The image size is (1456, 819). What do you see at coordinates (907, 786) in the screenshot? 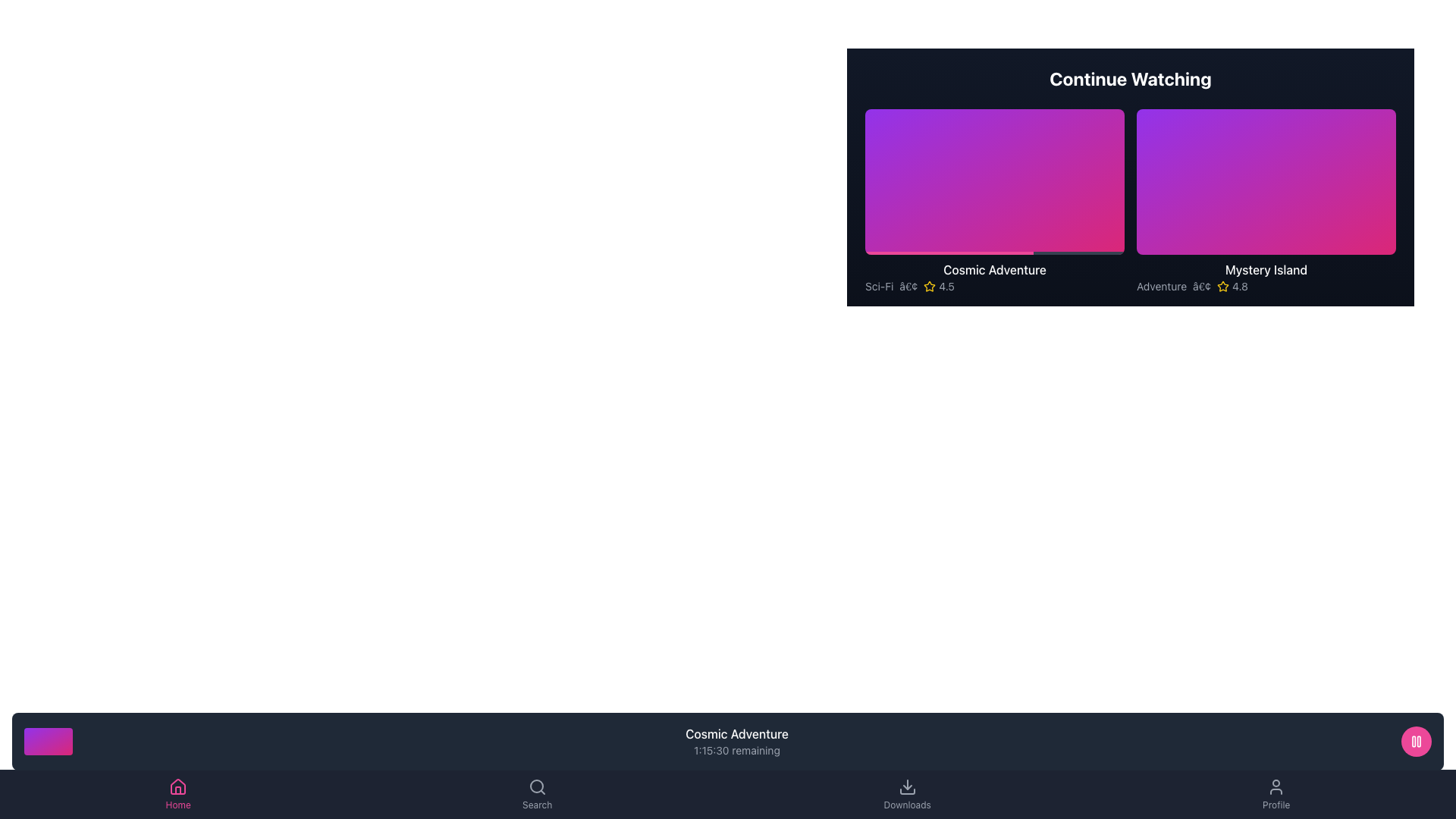
I see `the downward-pointing arrow icon within the 'Downloads' button for a visual response` at bounding box center [907, 786].